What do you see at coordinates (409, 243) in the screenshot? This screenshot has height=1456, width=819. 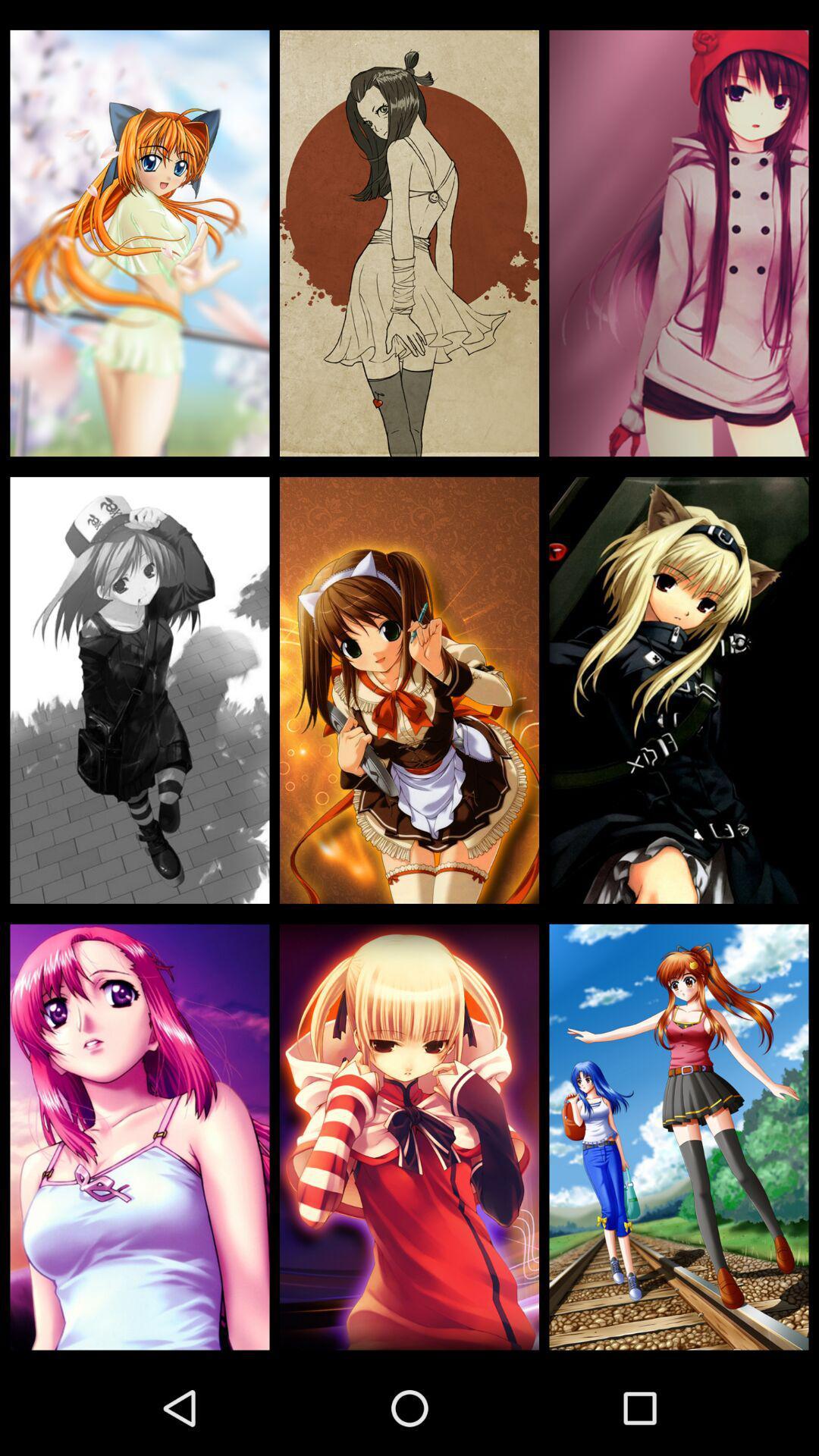 I see `item at the top` at bounding box center [409, 243].